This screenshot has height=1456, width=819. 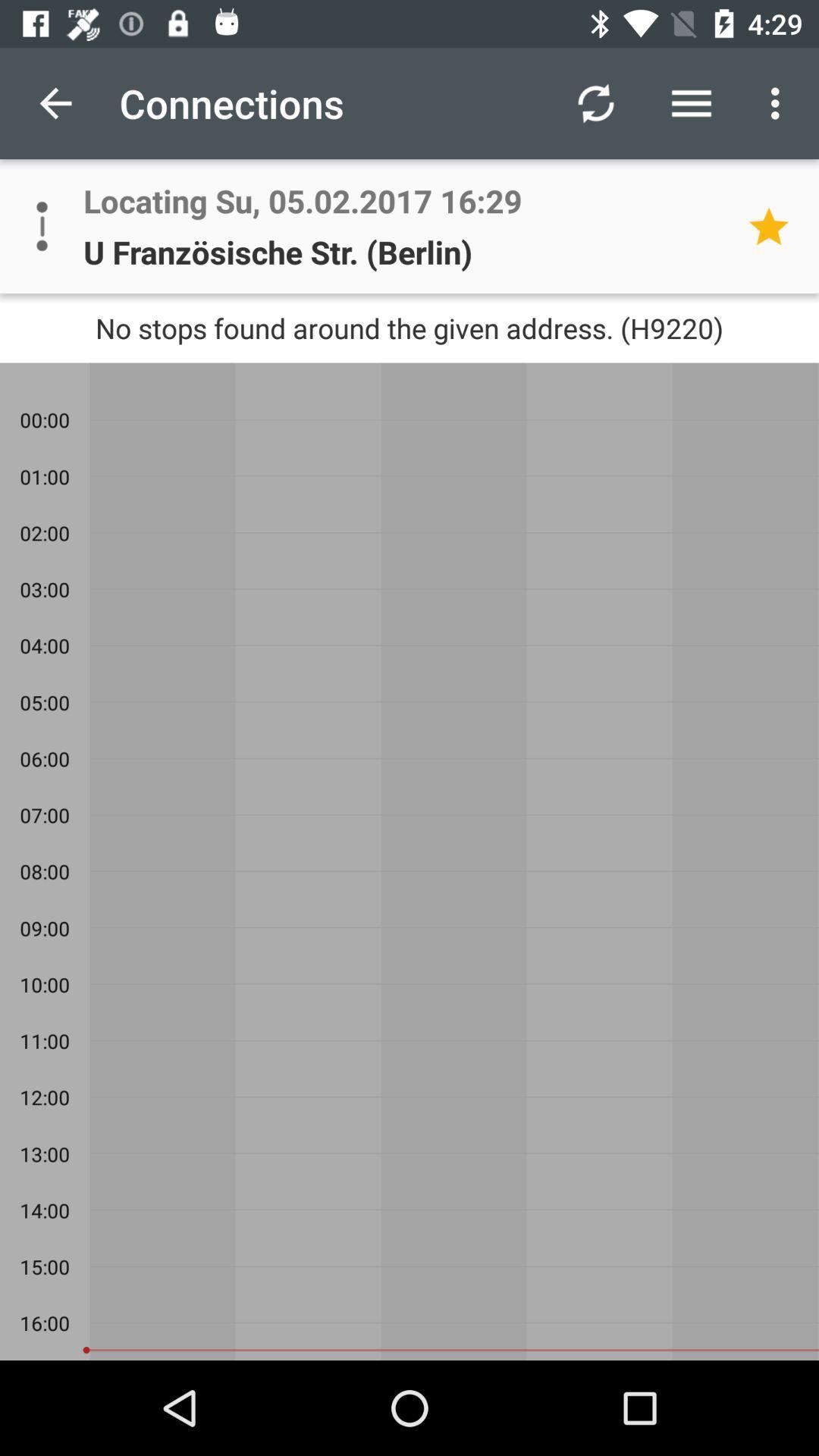 What do you see at coordinates (773, 225) in the screenshot?
I see `the star icon` at bounding box center [773, 225].